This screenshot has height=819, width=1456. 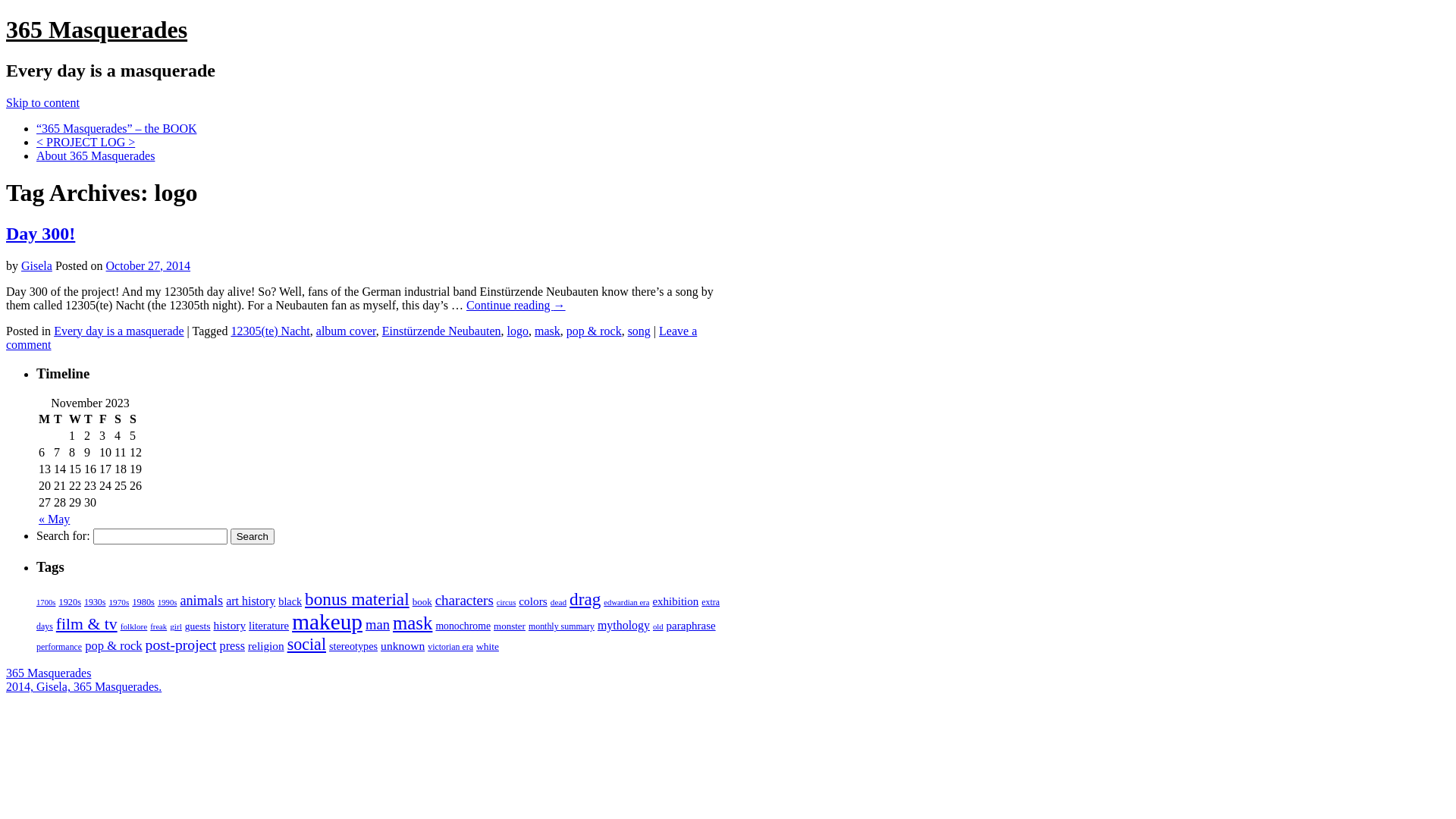 I want to click on 'monster', so click(x=510, y=626).